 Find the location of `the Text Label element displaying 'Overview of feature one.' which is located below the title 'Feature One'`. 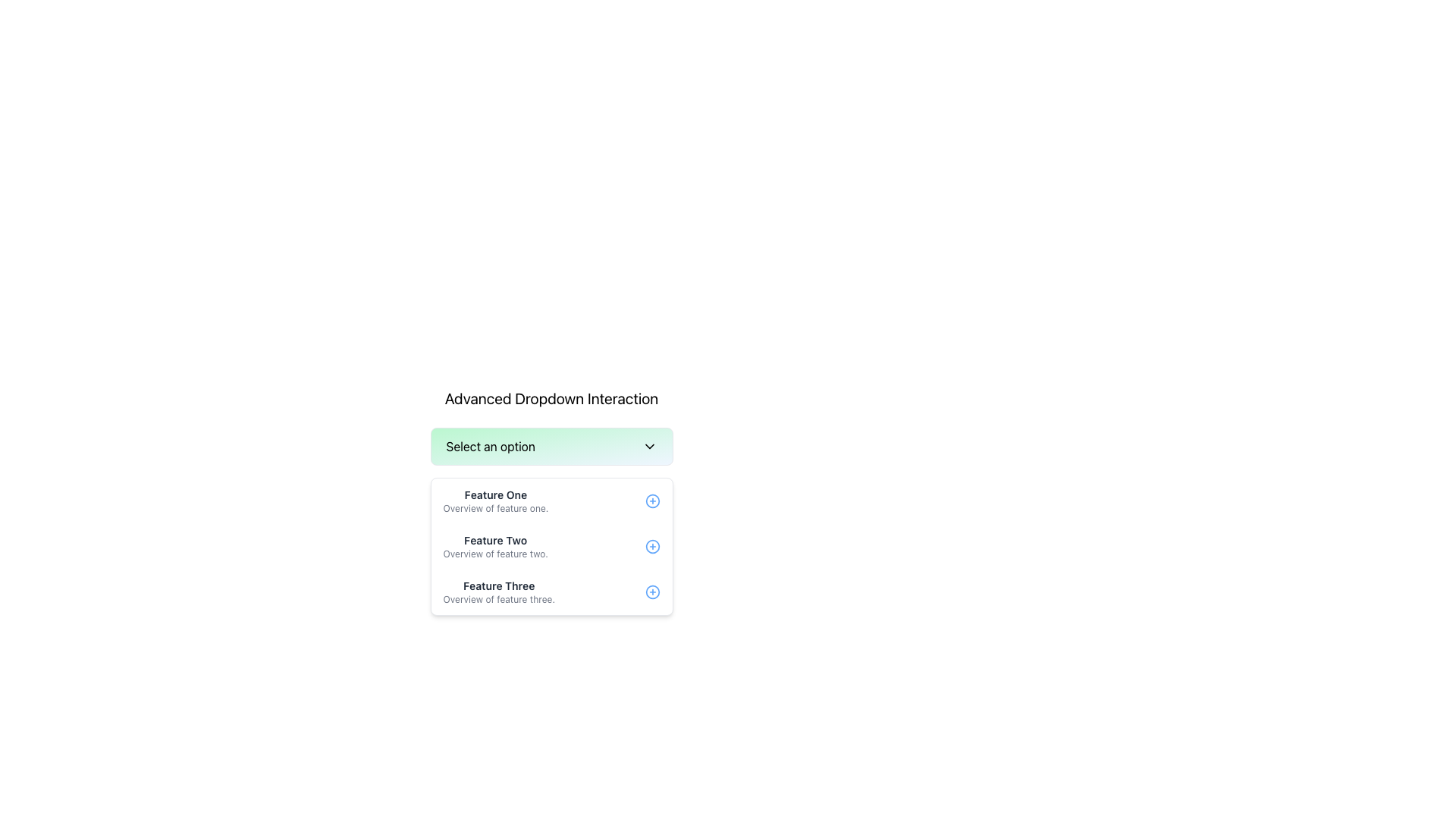

the Text Label element displaying 'Overview of feature one.' which is located below the title 'Feature One' is located at coordinates (495, 509).